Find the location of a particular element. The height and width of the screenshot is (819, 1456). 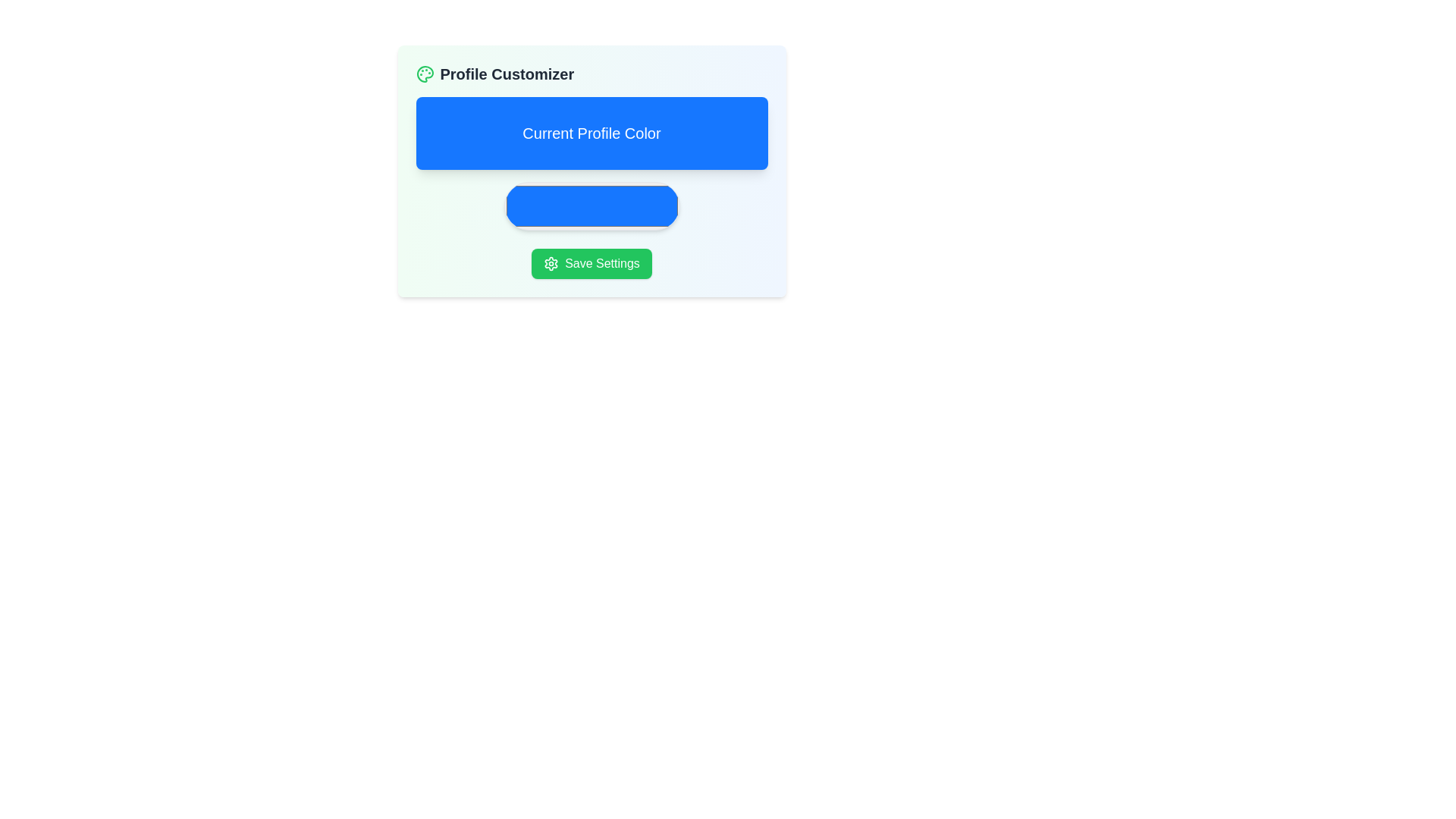

the Color Picker, which is a horizontally rectangular component with rounded edges filled with bright blue is located at coordinates (591, 206).